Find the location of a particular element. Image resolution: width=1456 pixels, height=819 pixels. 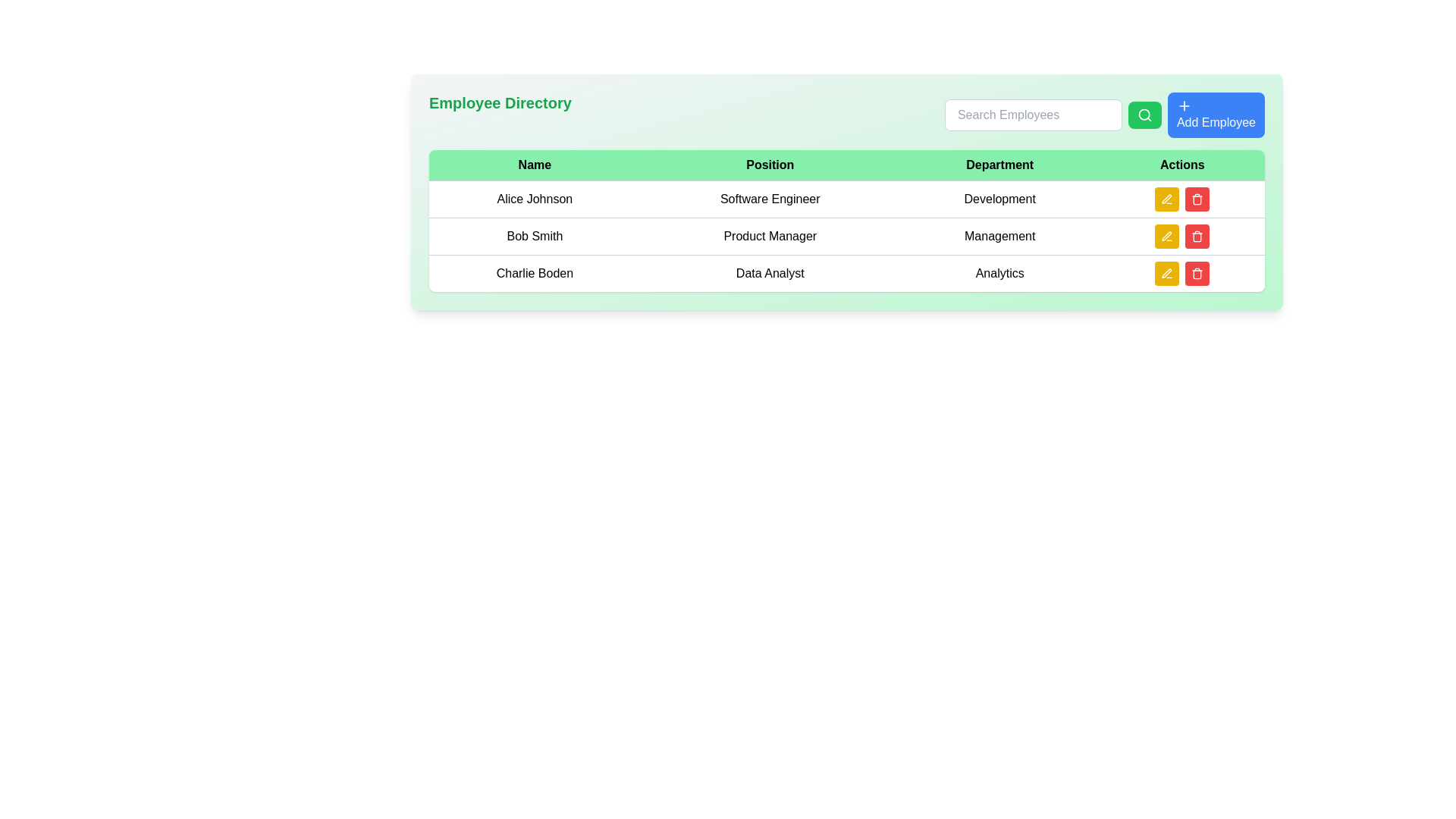

the delete button located at the far right of the table row is located at coordinates (1197, 198).